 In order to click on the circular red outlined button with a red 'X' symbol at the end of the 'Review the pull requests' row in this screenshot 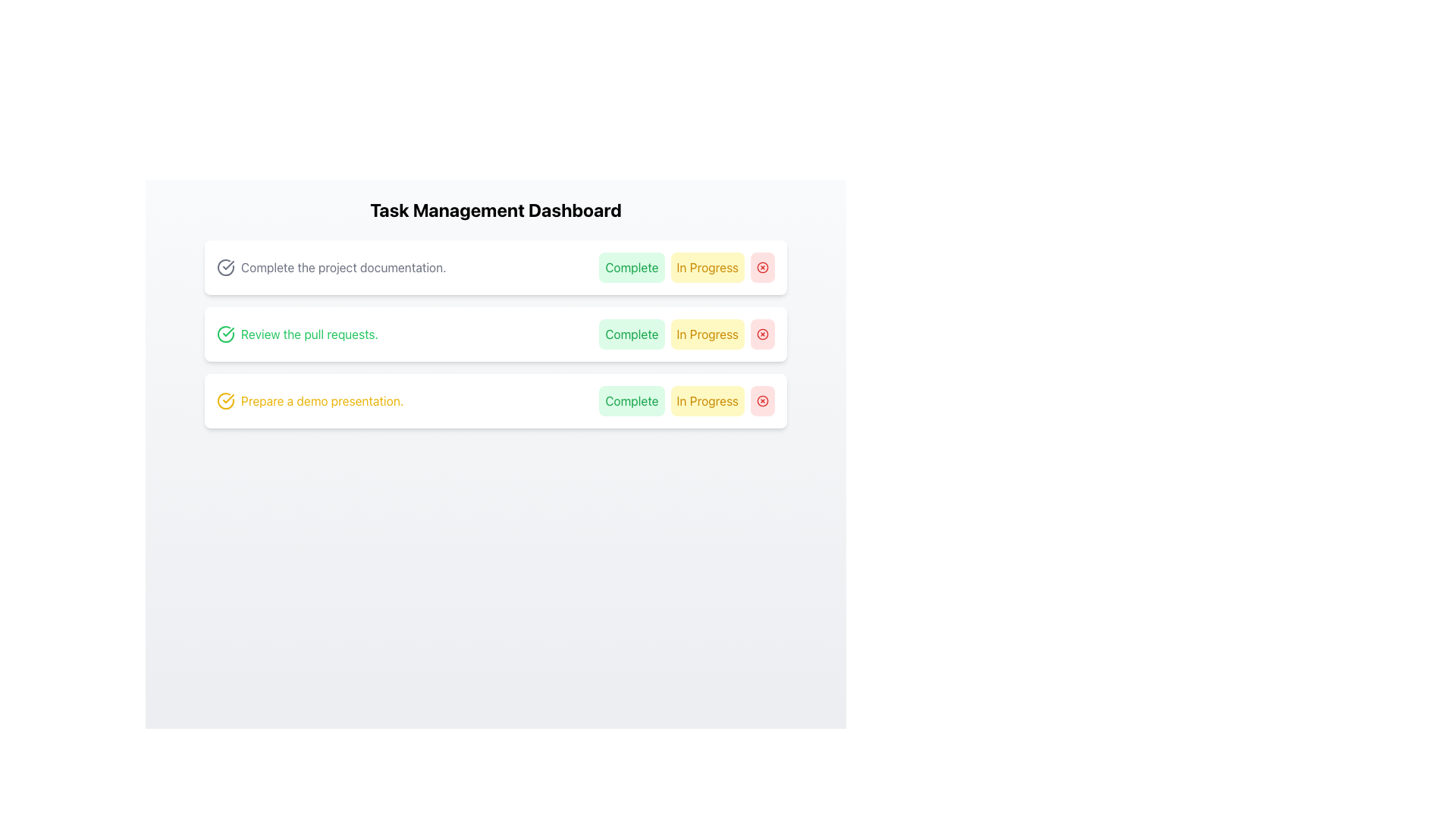, I will do `click(763, 333)`.